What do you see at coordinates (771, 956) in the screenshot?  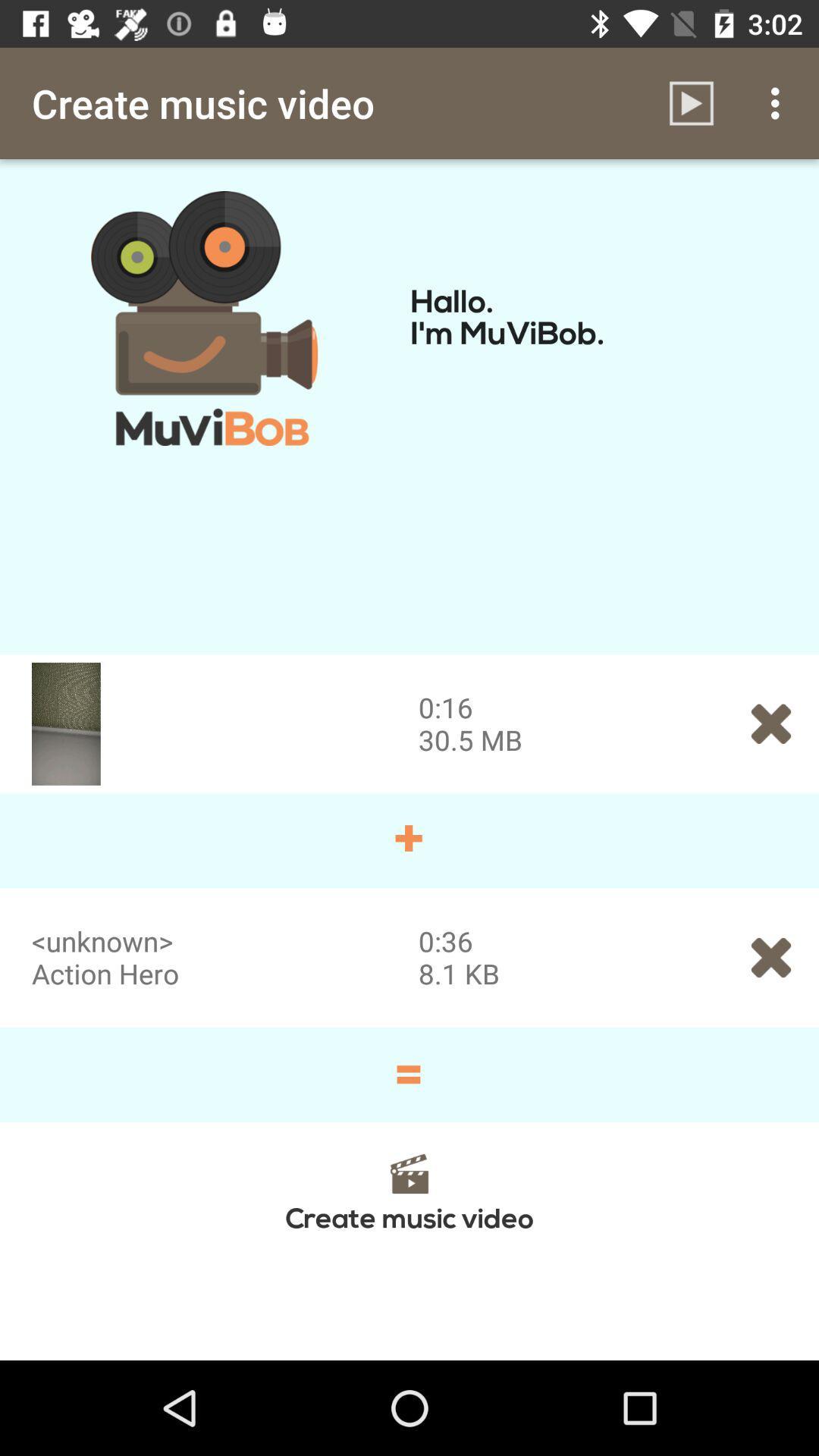 I see `the close icon` at bounding box center [771, 956].